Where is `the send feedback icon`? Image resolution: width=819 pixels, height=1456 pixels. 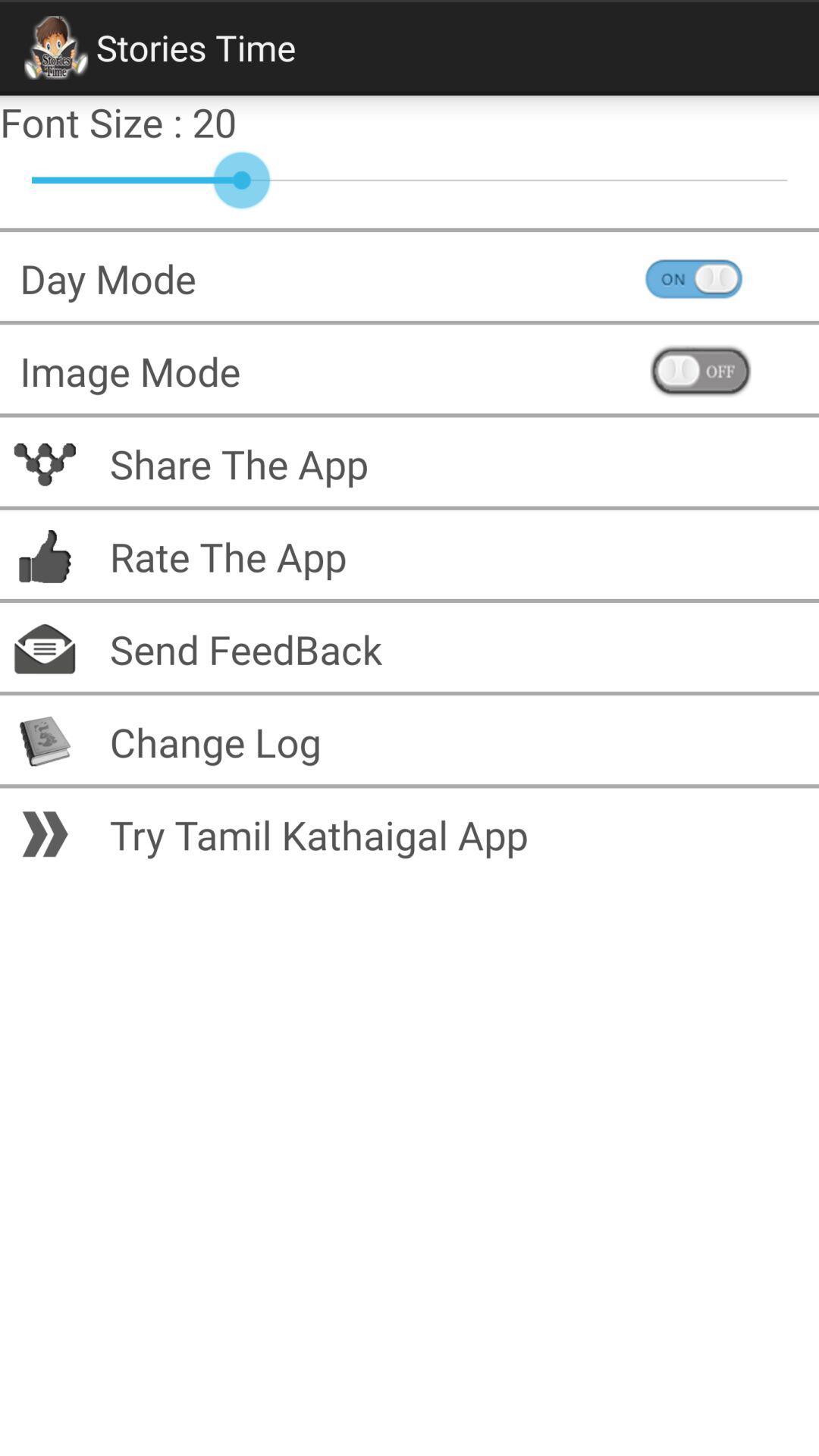
the send feedback icon is located at coordinates (236, 649).